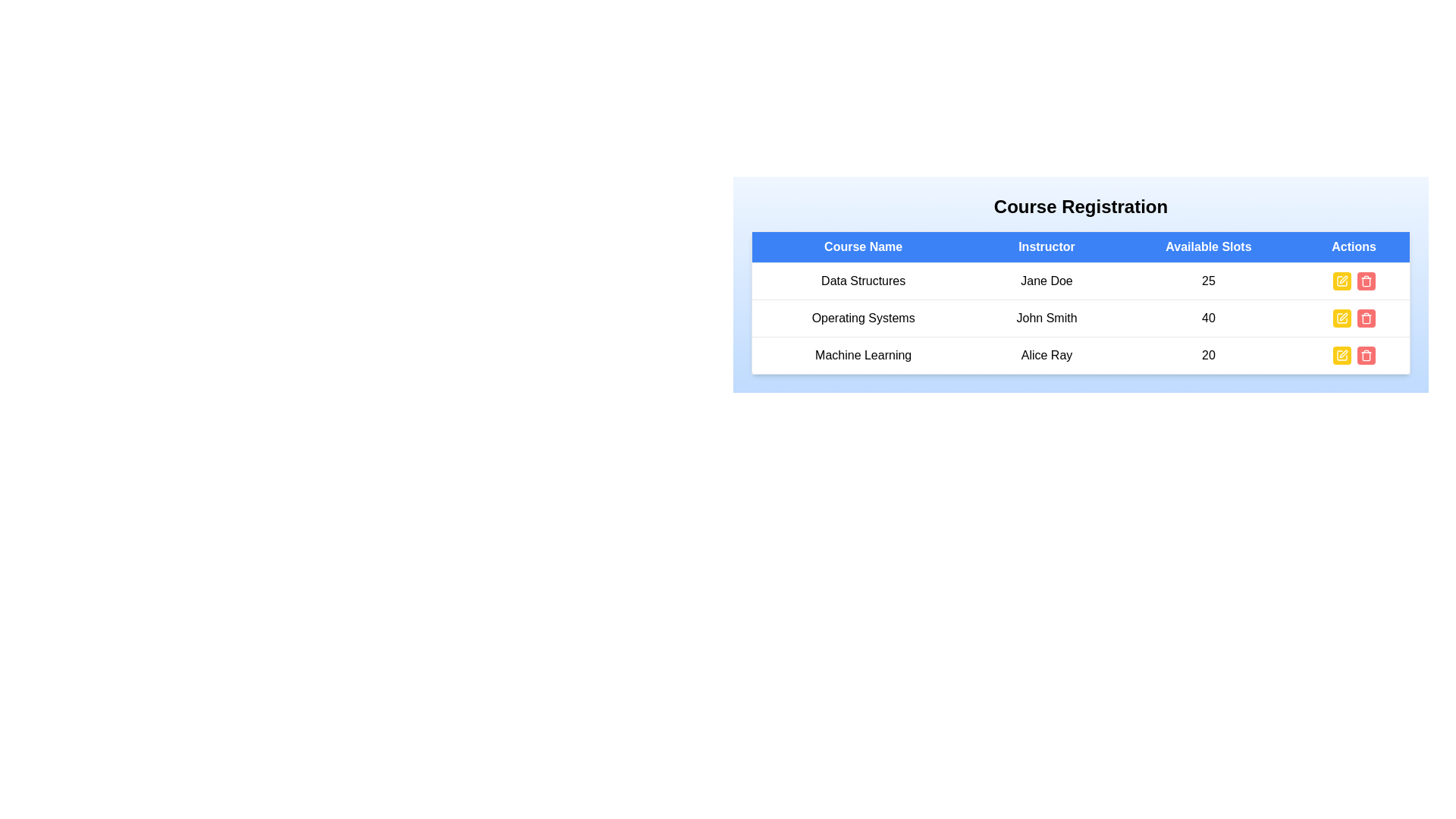 The width and height of the screenshot is (1456, 819). Describe the element at coordinates (1341, 356) in the screenshot. I see `edit button for the course Machine Learning` at that location.